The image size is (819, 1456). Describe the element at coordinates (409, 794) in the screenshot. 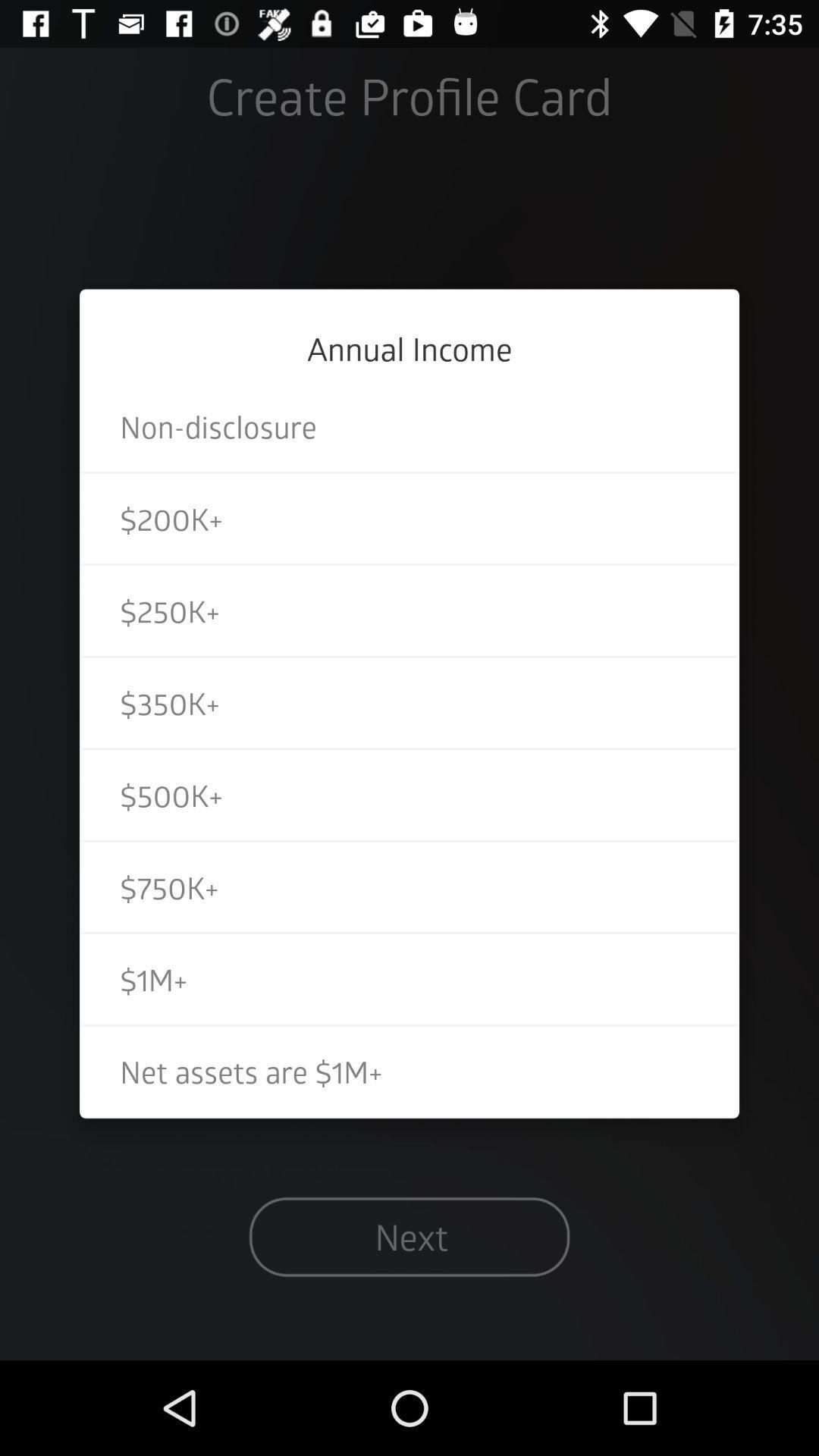

I see `the $500k+` at that location.